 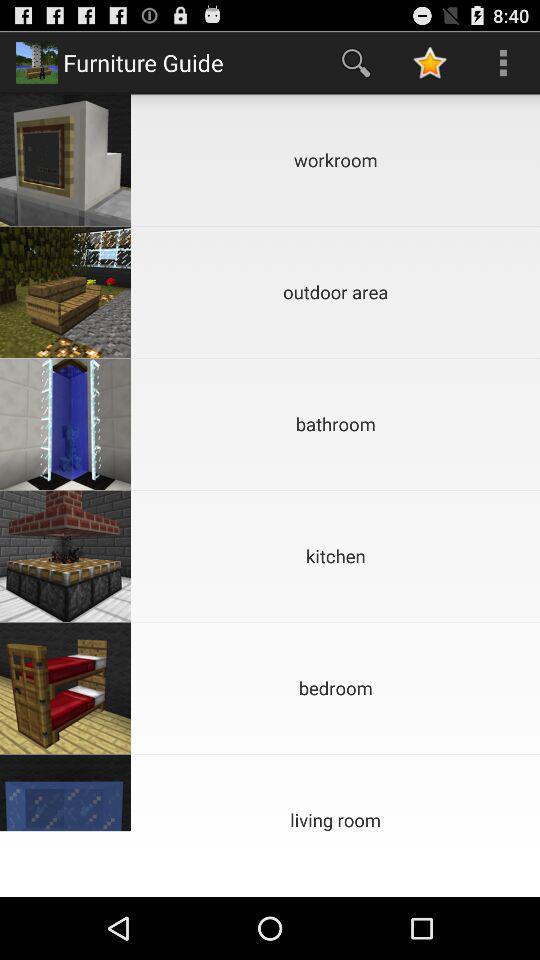 I want to click on app above the workroom, so click(x=502, y=62).